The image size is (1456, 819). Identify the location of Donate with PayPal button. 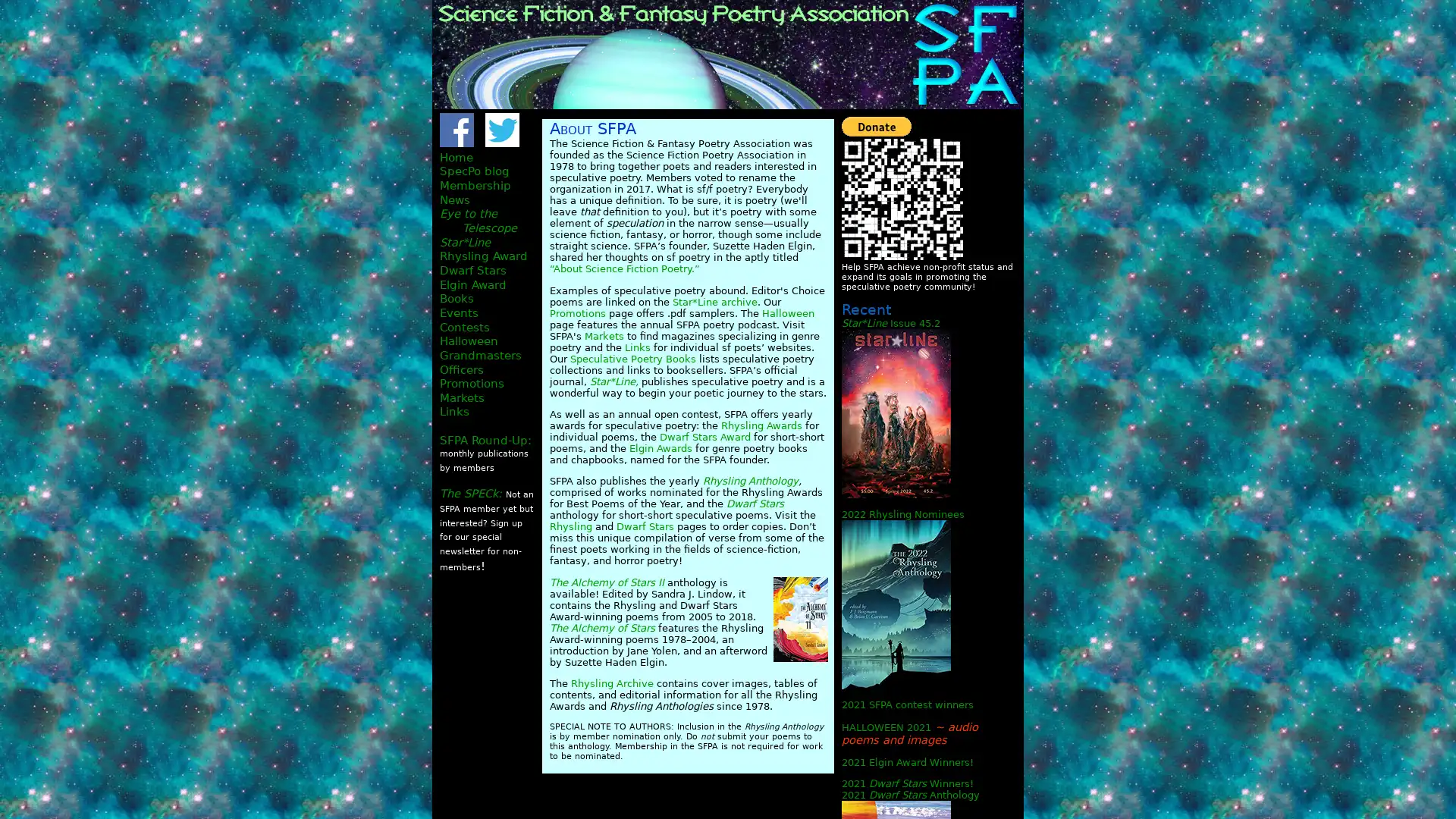
(877, 125).